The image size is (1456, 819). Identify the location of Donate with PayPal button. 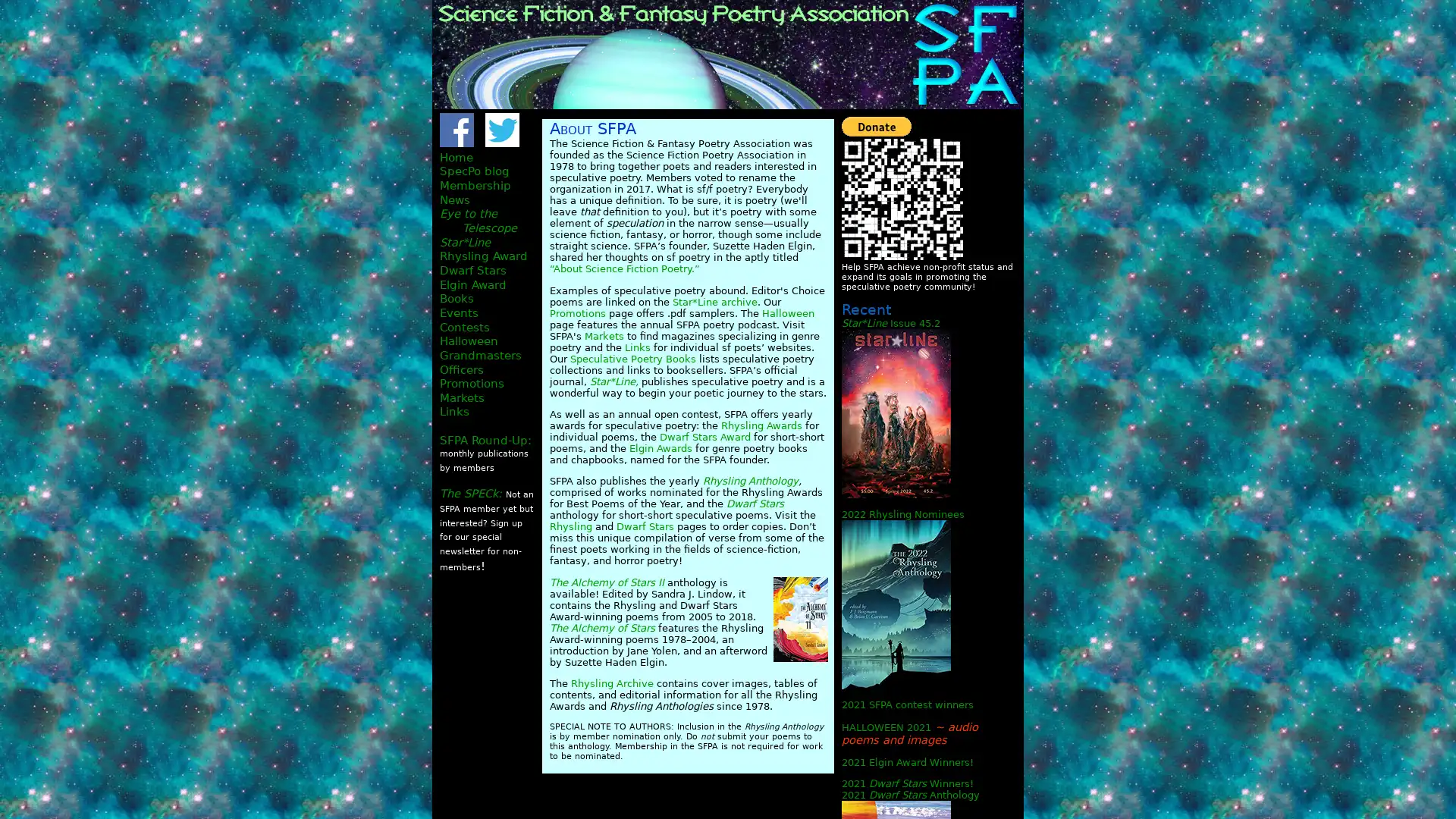
(877, 125).